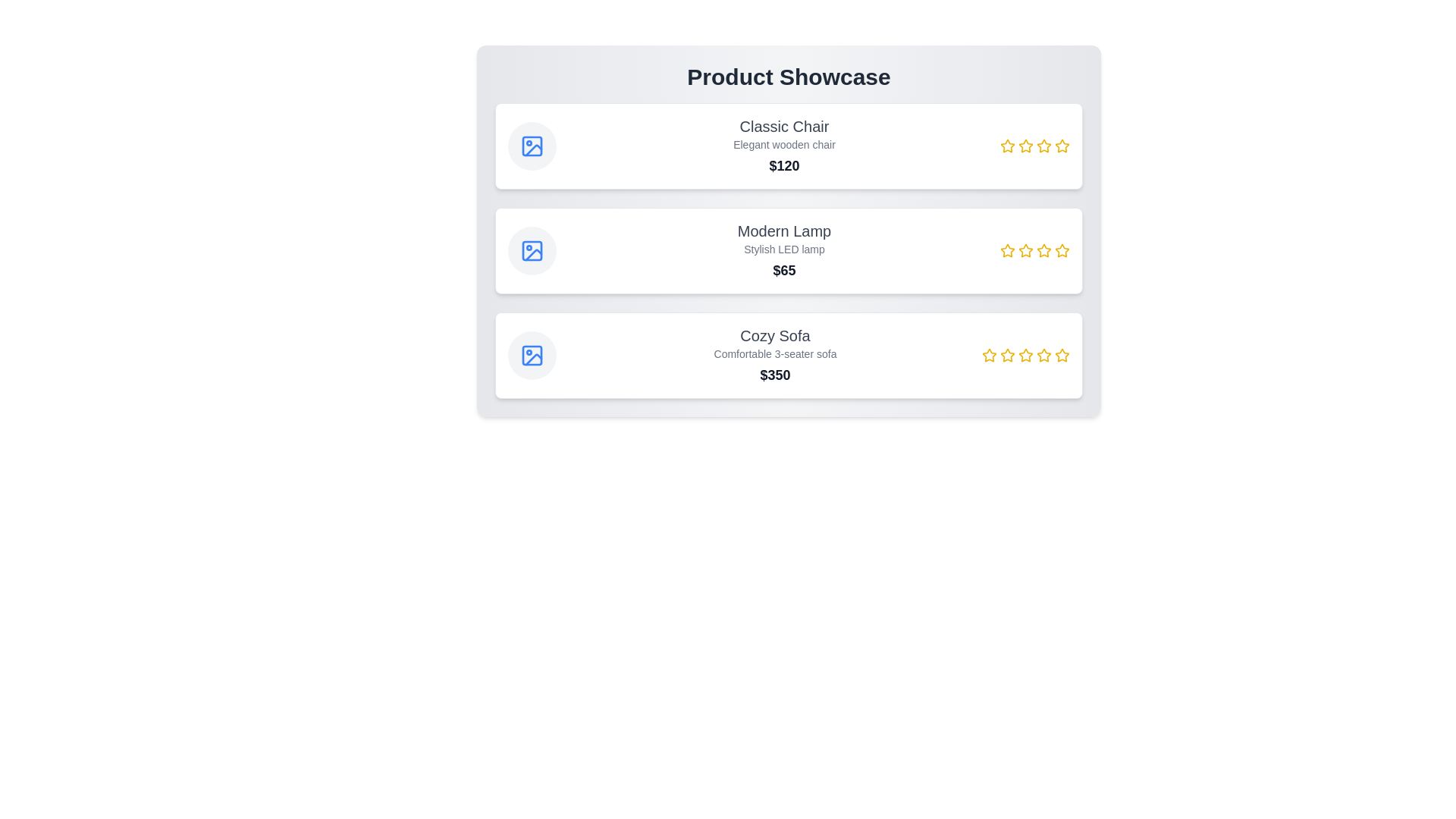  Describe the element at coordinates (532, 250) in the screenshot. I see `the image icon of the product 'Modern Lamp' to examine its image` at that location.